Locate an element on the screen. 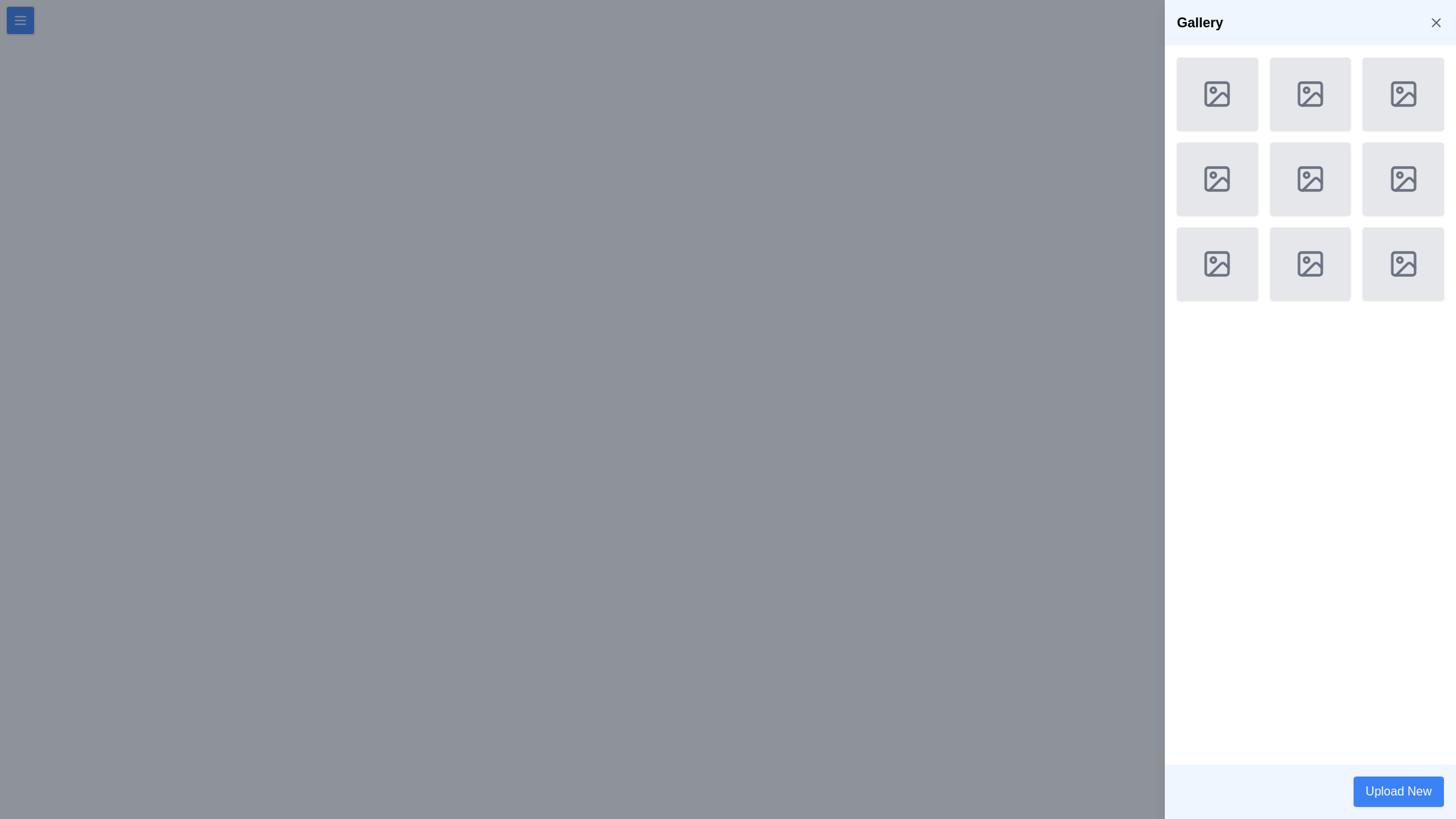 Image resolution: width=1456 pixels, height=819 pixels. the graphical icon in the first row and first column of the 'Gallery' panel is located at coordinates (1217, 93).